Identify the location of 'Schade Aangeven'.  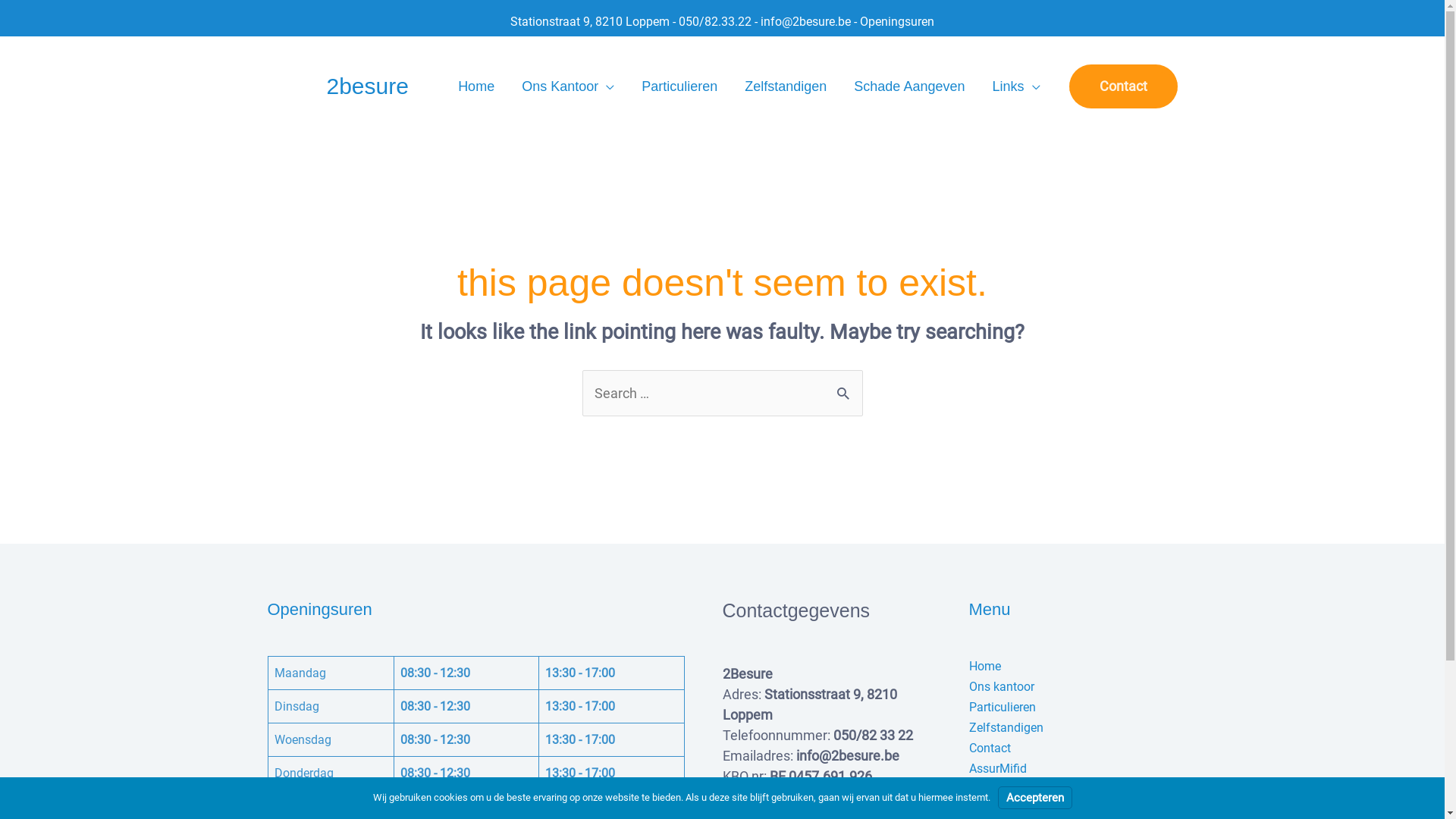
(909, 86).